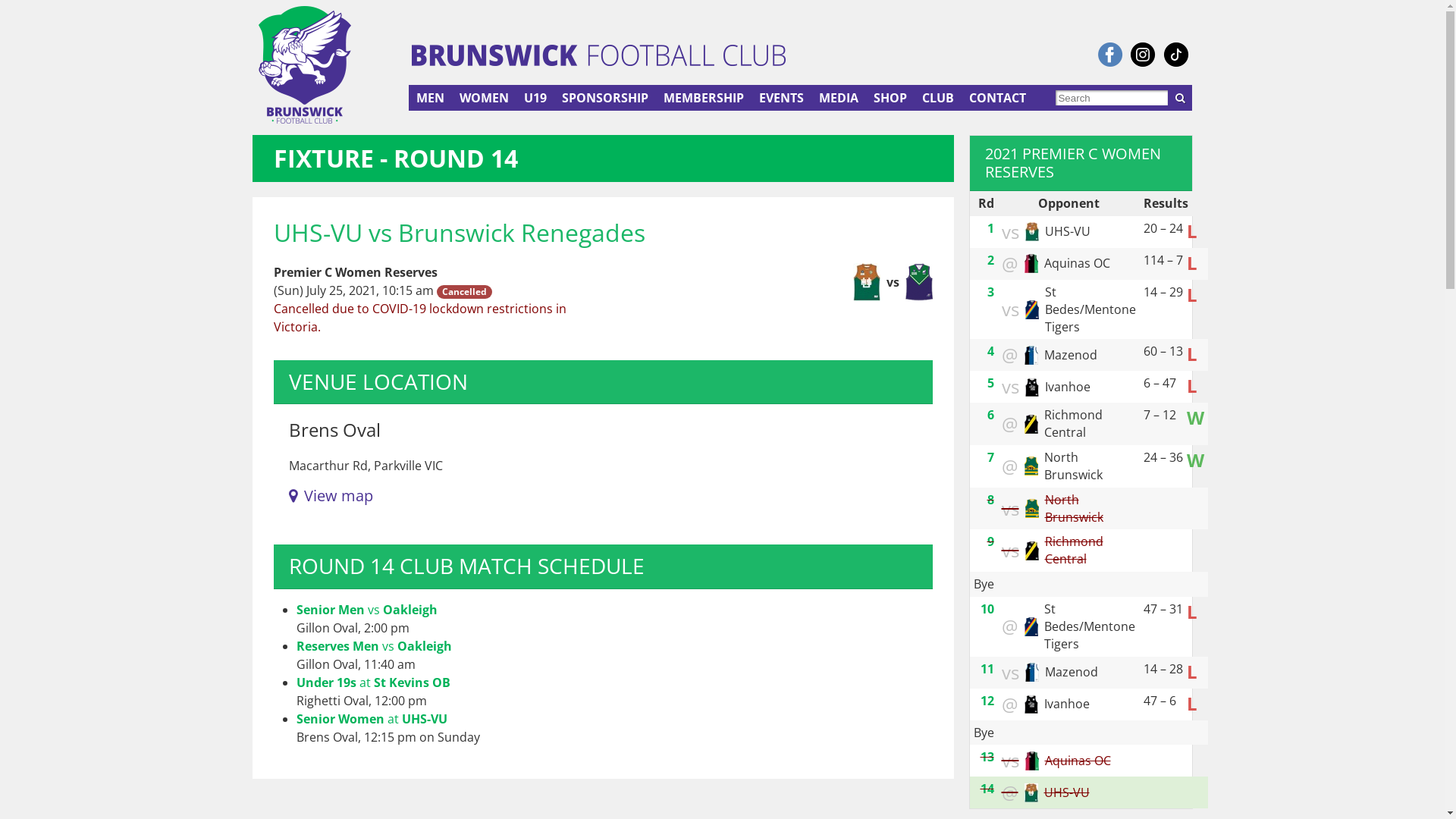 The image size is (1456, 819). Describe the element at coordinates (1030, 355) in the screenshot. I see `'Mazenod'` at that location.